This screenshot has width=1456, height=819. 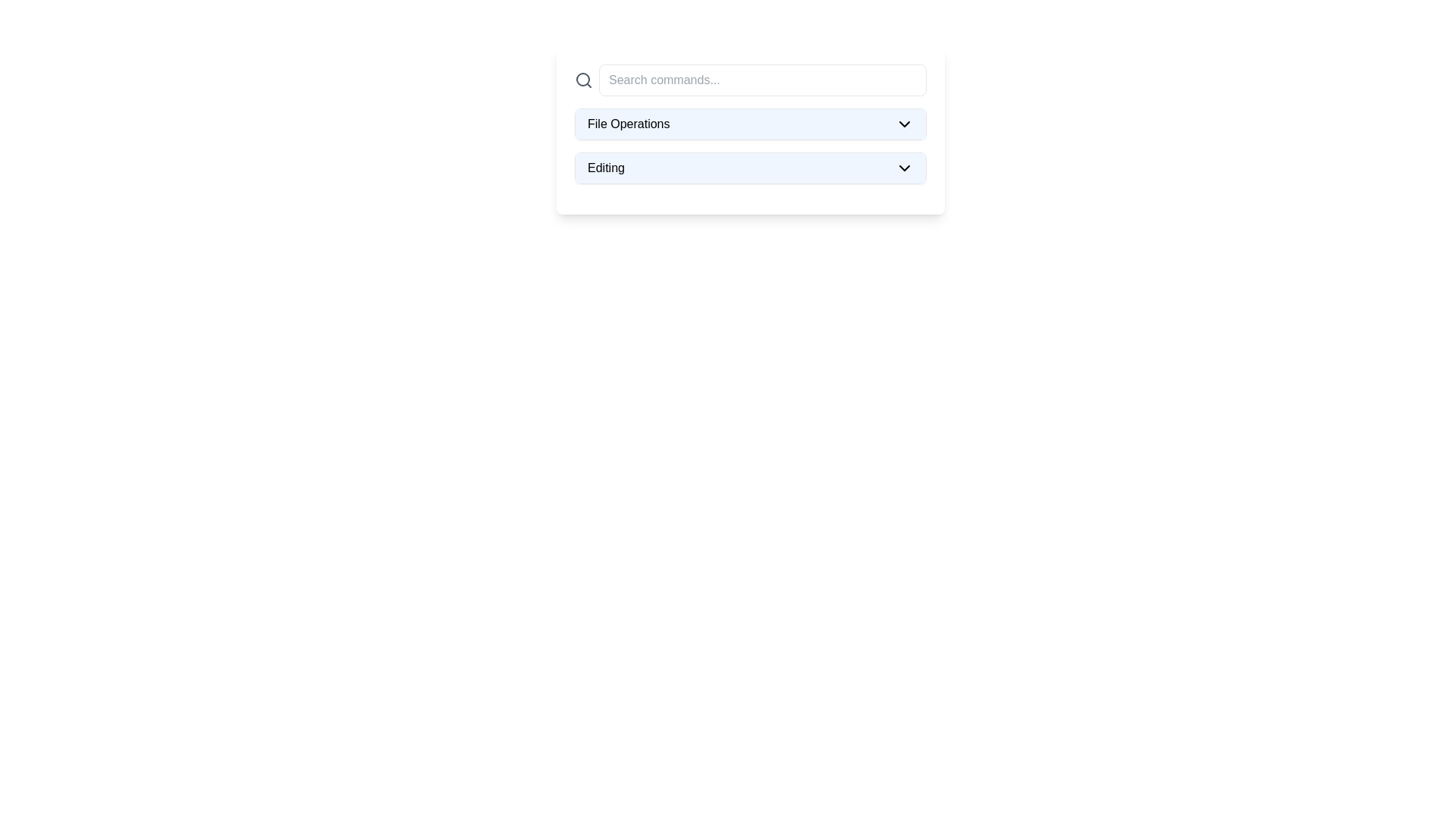 I want to click on the text label reading 'Editing' within the dropdown option, which is styled with a light blue background and aligned to the left, so click(x=605, y=168).